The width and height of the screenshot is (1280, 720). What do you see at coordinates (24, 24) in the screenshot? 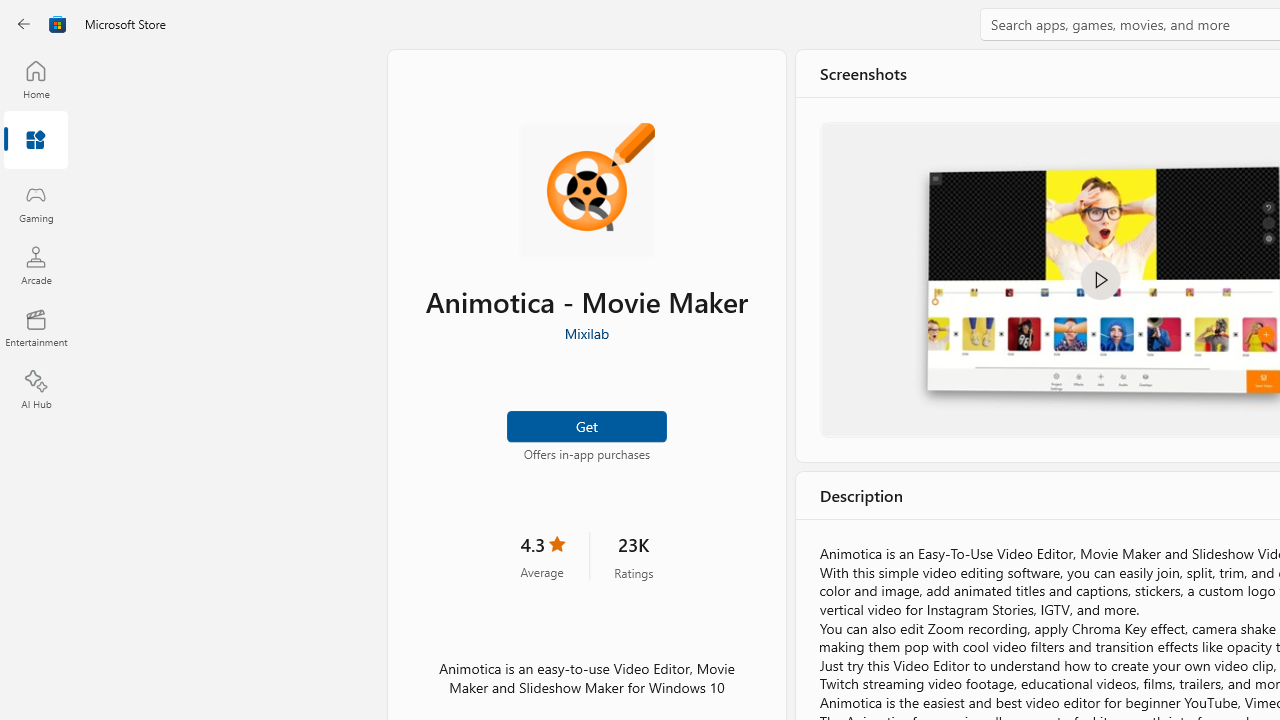
I see `'Back'` at bounding box center [24, 24].